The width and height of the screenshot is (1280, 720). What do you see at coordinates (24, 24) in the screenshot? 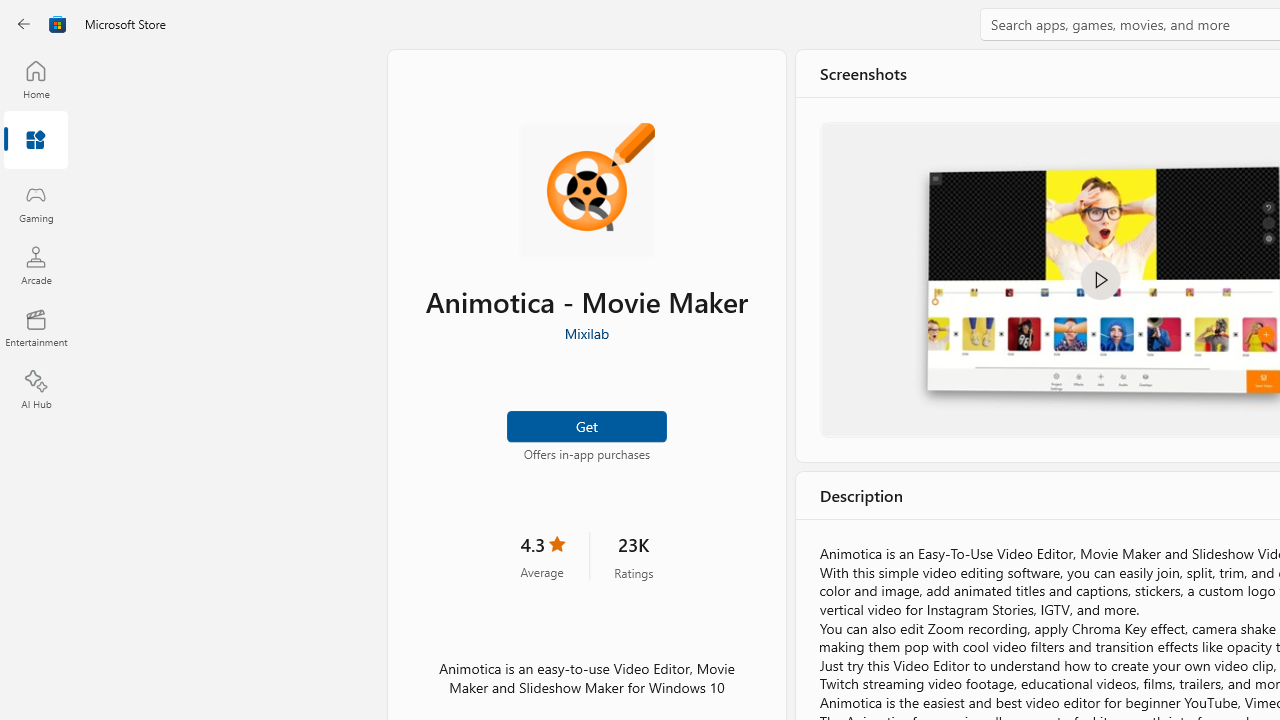
I see `'Back'` at bounding box center [24, 24].